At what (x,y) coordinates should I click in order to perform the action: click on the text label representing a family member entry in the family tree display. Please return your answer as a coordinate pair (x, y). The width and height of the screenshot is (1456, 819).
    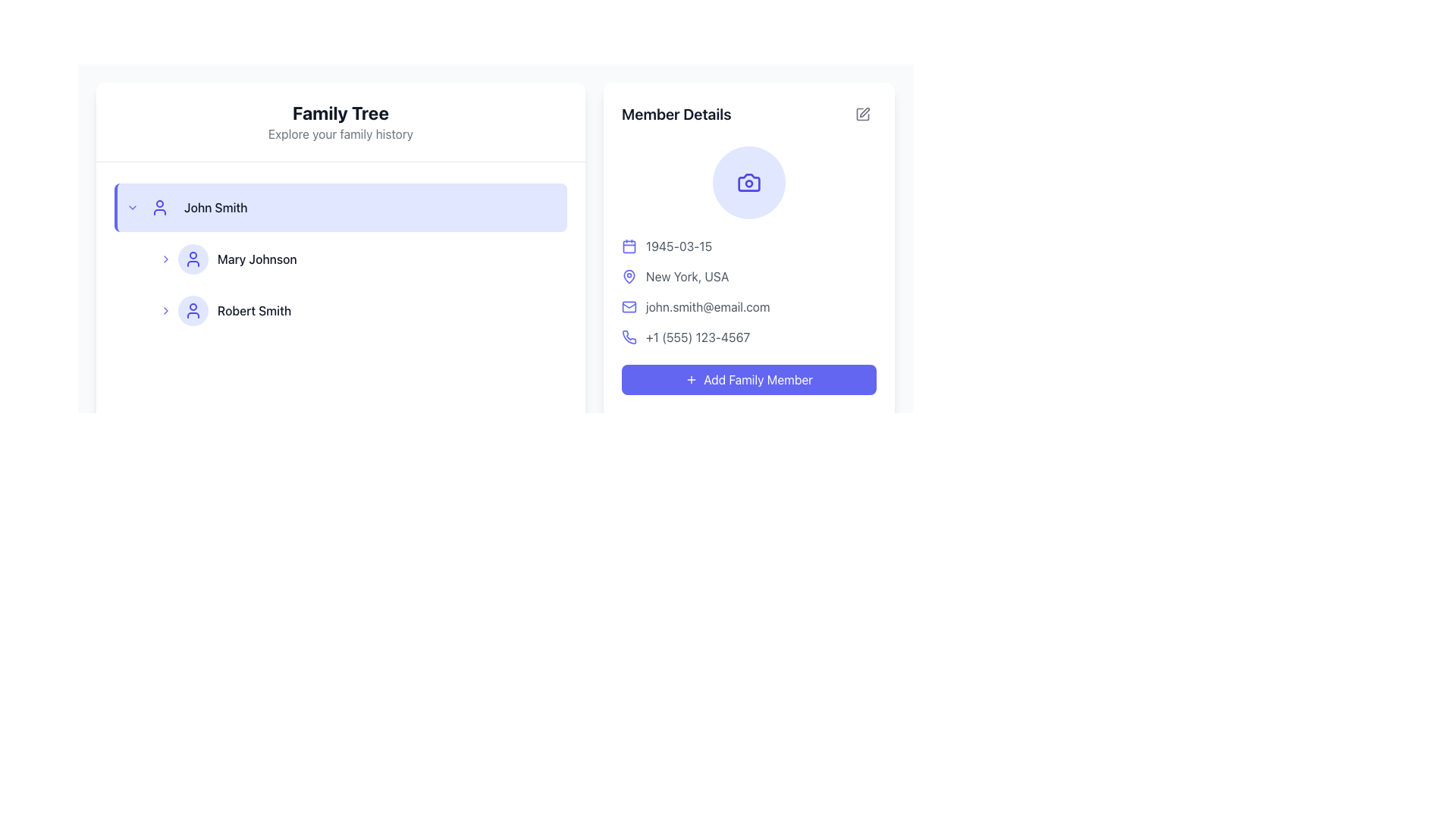
    Looking at the image, I should click on (254, 309).